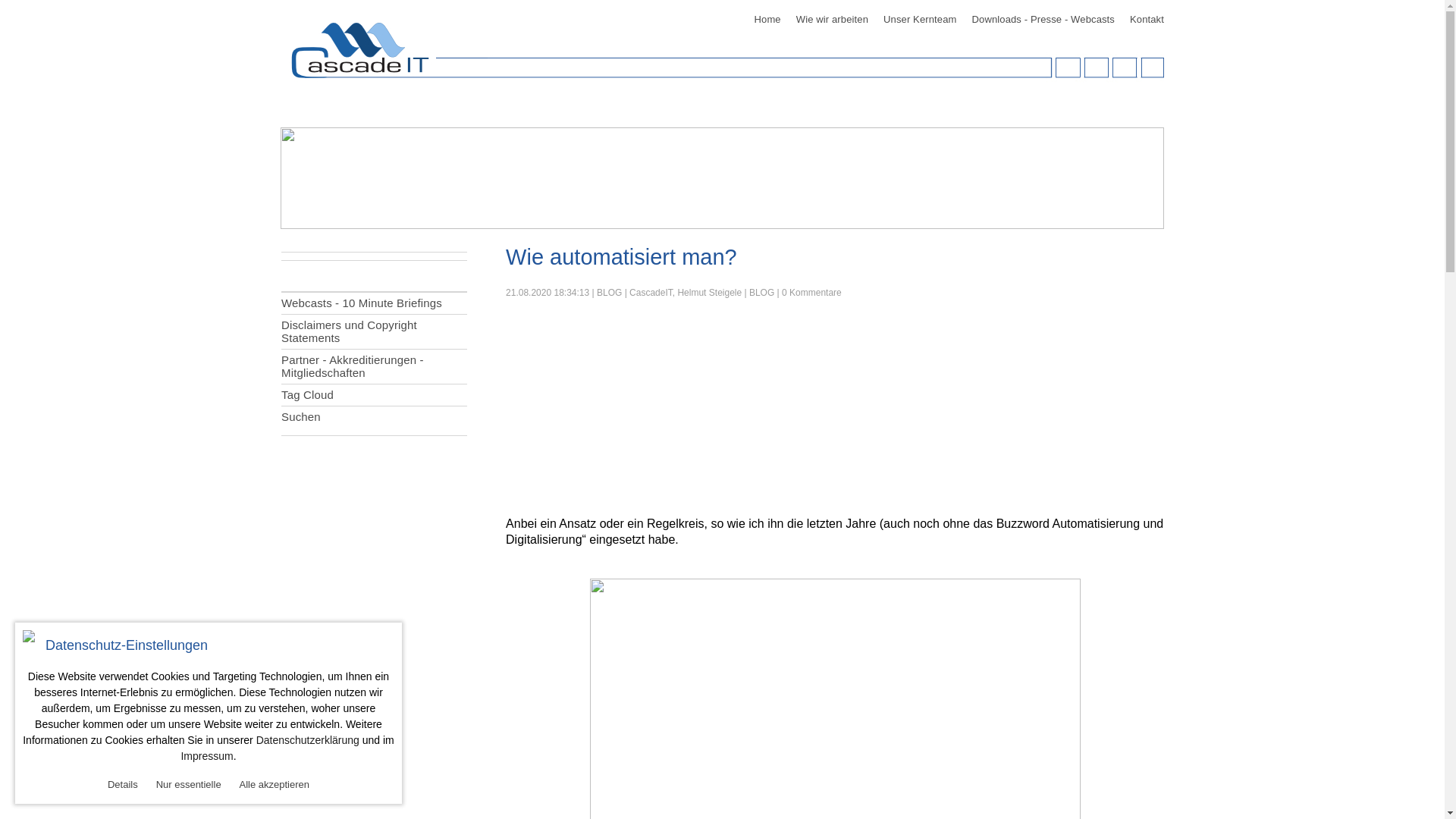 The image size is (1456, 819). Describe the element at coordinates (206, 755) in the screenshot. I see `'Impressum'` at that location.